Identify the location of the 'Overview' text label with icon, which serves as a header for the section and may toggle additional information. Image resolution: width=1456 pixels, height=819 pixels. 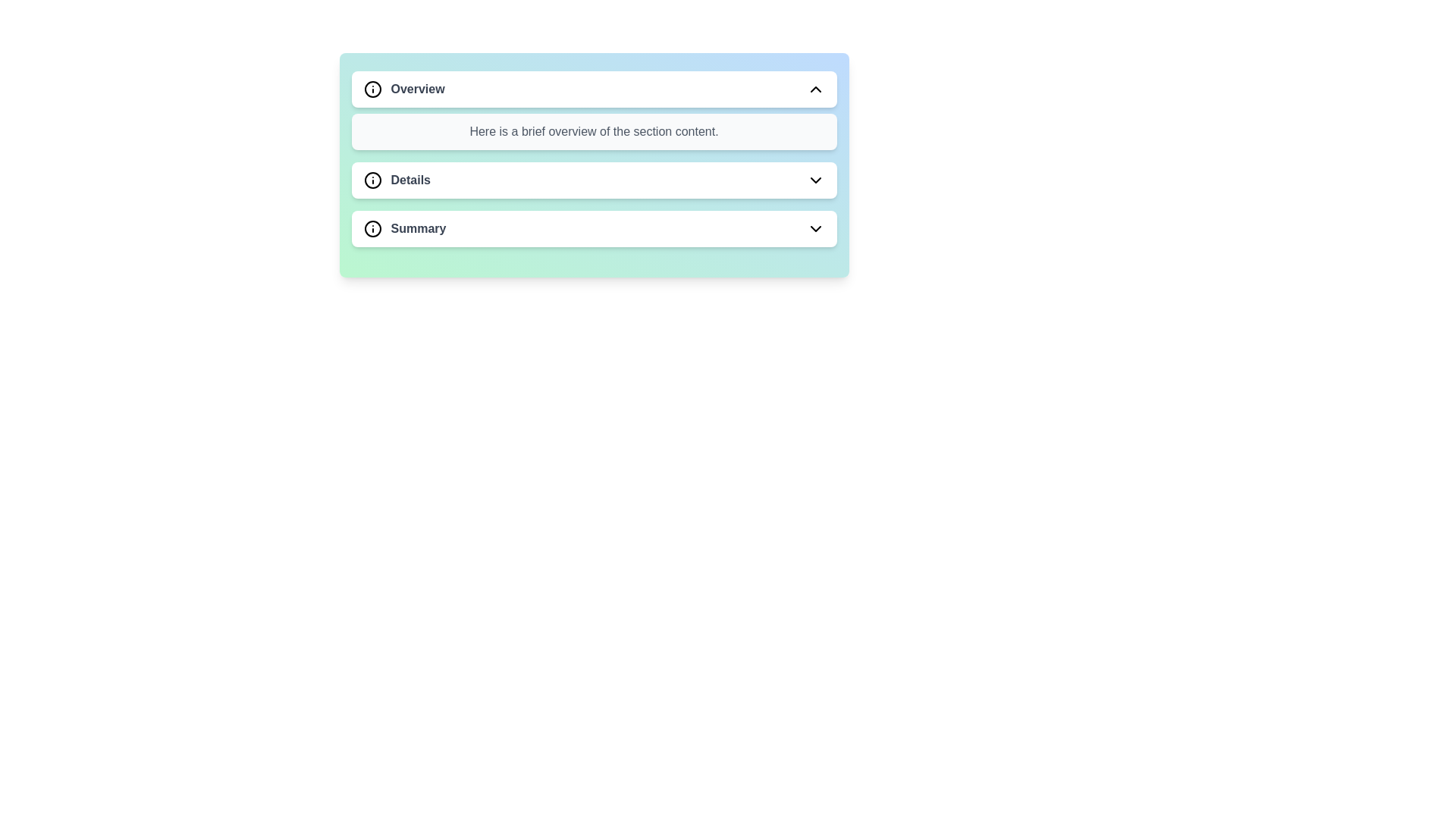
(403, 89).